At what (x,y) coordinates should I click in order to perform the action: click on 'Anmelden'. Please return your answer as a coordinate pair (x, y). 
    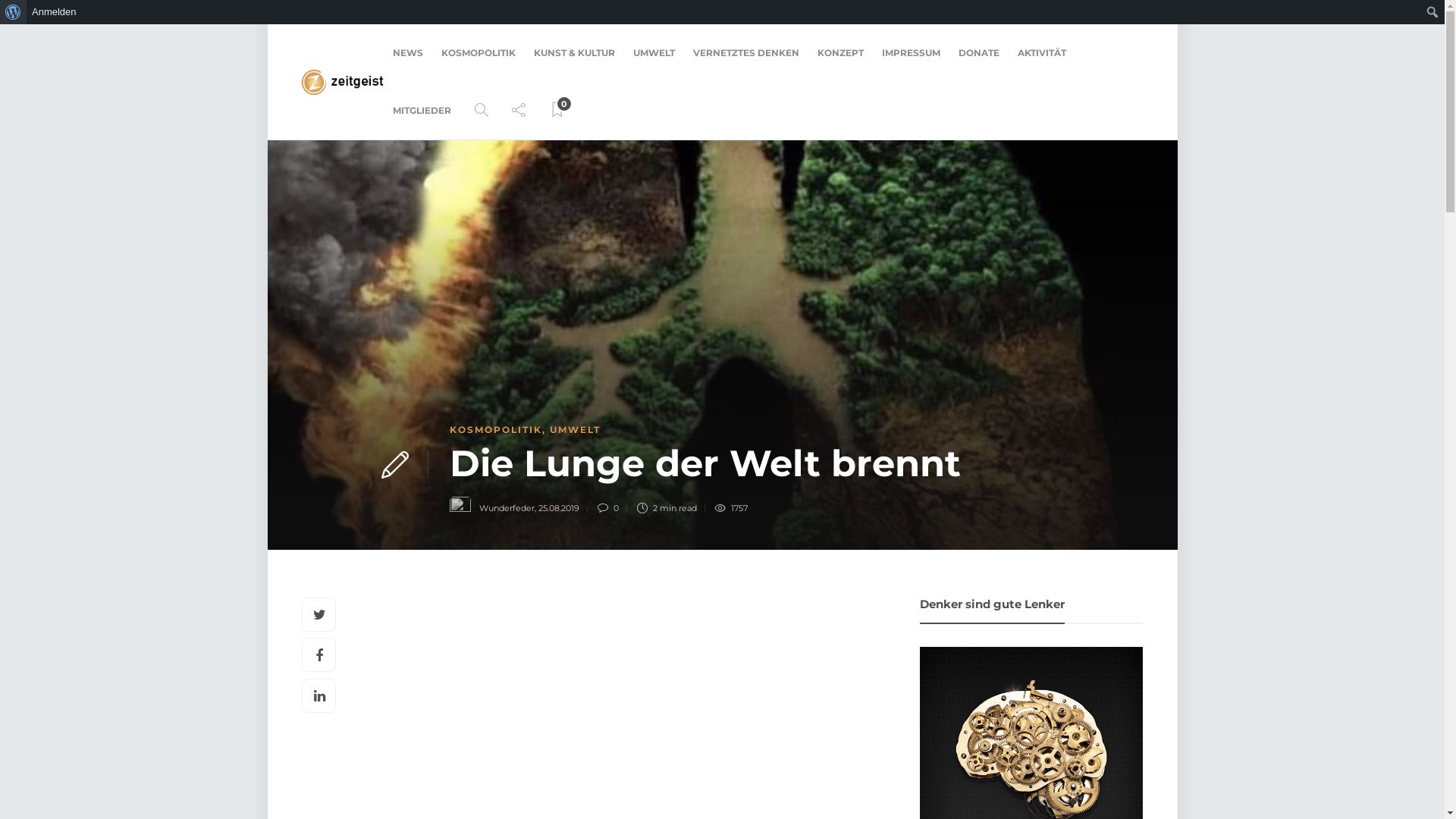
    Looking at the image, I should click on (26, 11).